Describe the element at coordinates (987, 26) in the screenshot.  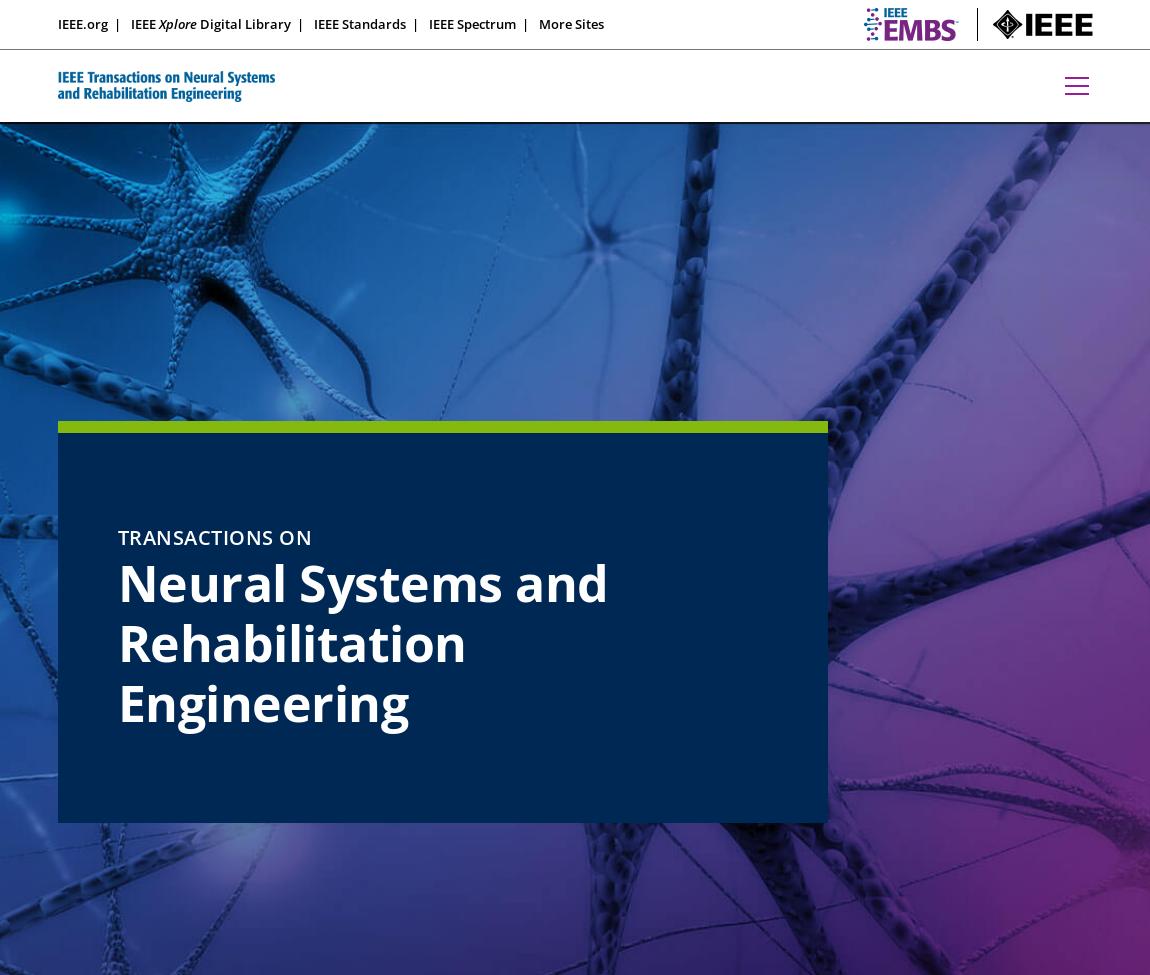
I see `'embs.org'` at that location.